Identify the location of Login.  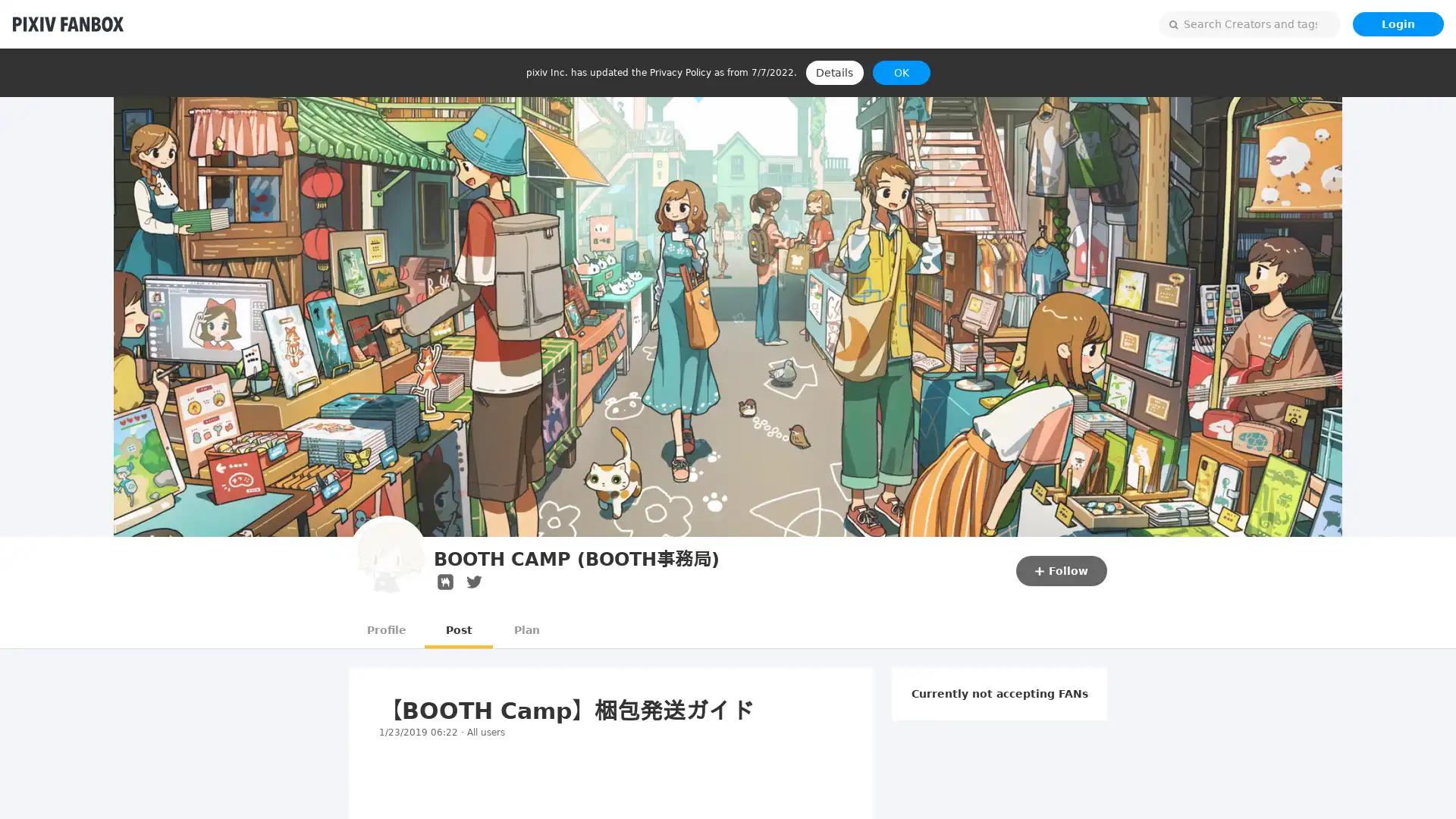
(1397, 24).